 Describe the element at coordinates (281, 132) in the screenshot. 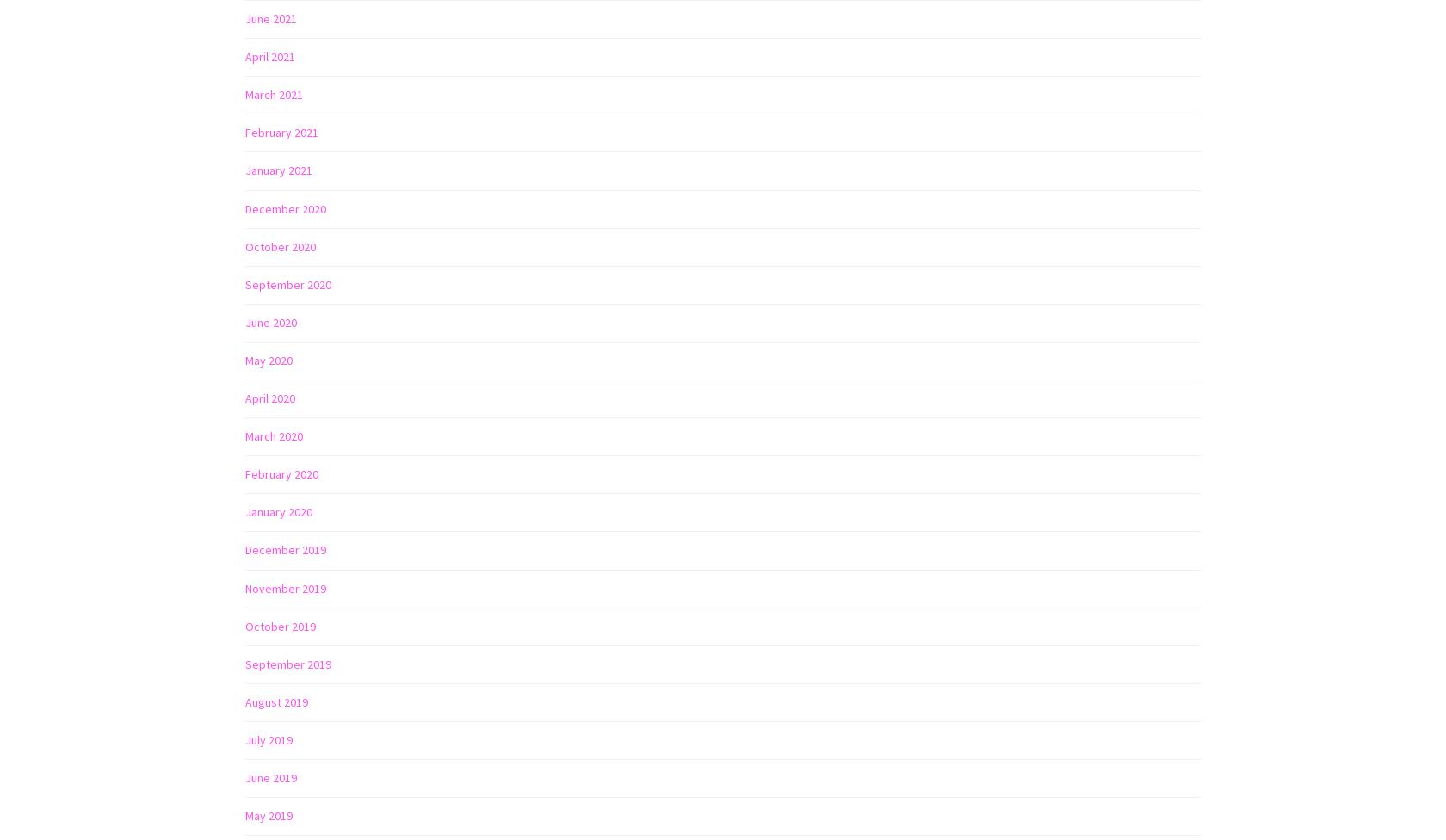

I see `'February 2021'` at that location.